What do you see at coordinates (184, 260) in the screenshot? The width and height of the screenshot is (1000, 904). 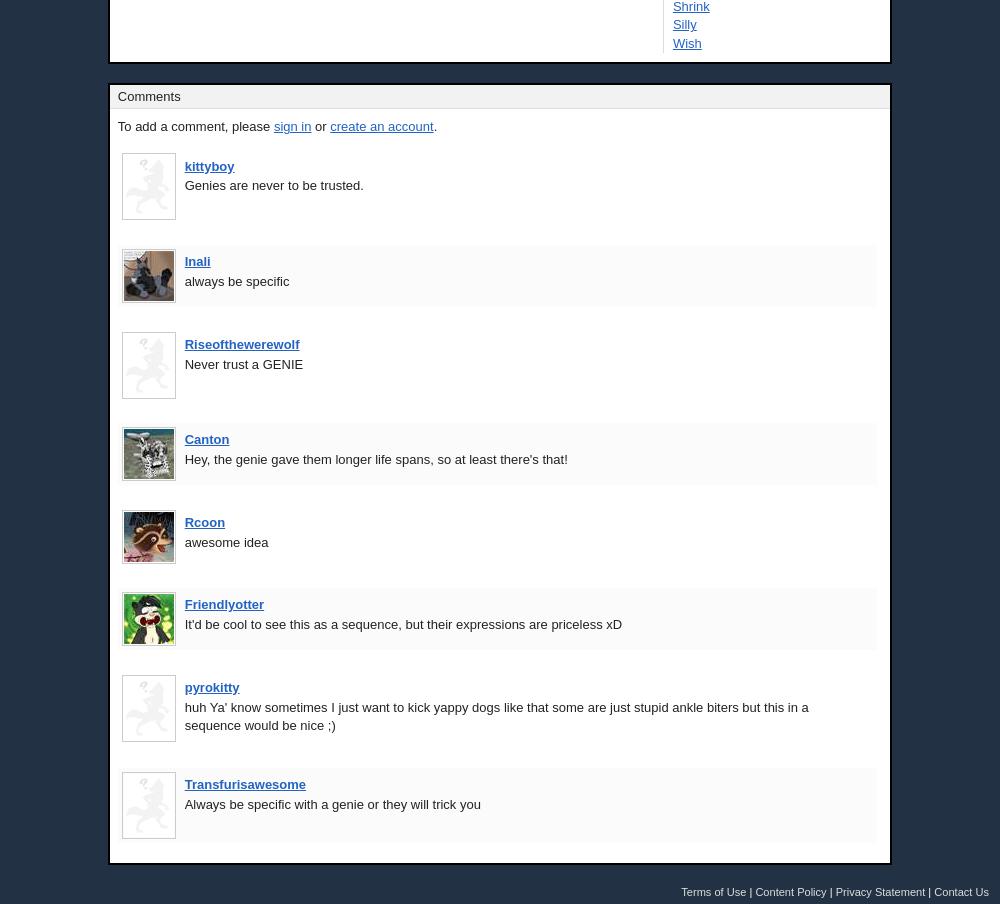 I see `'Inali'` at bounding box center [184, 260].